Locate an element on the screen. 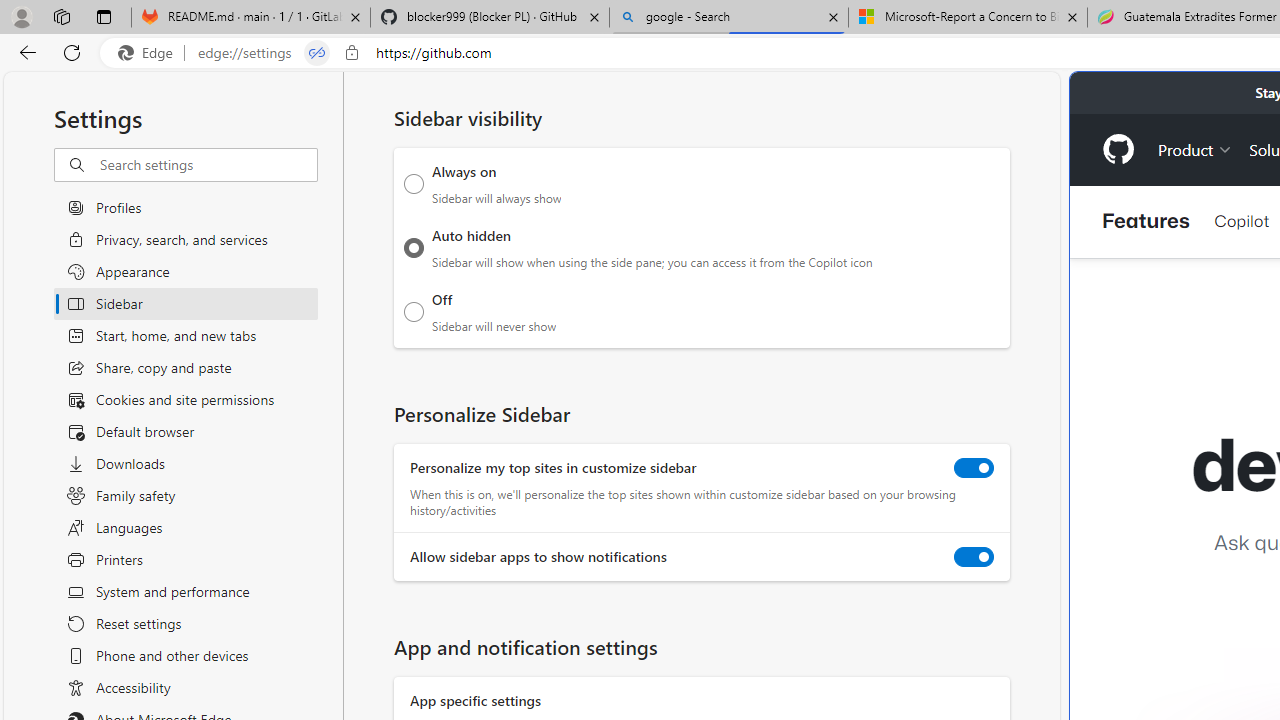 The image size is (1280, 720). 'Copilot' is located at coordinates (1240, 221).